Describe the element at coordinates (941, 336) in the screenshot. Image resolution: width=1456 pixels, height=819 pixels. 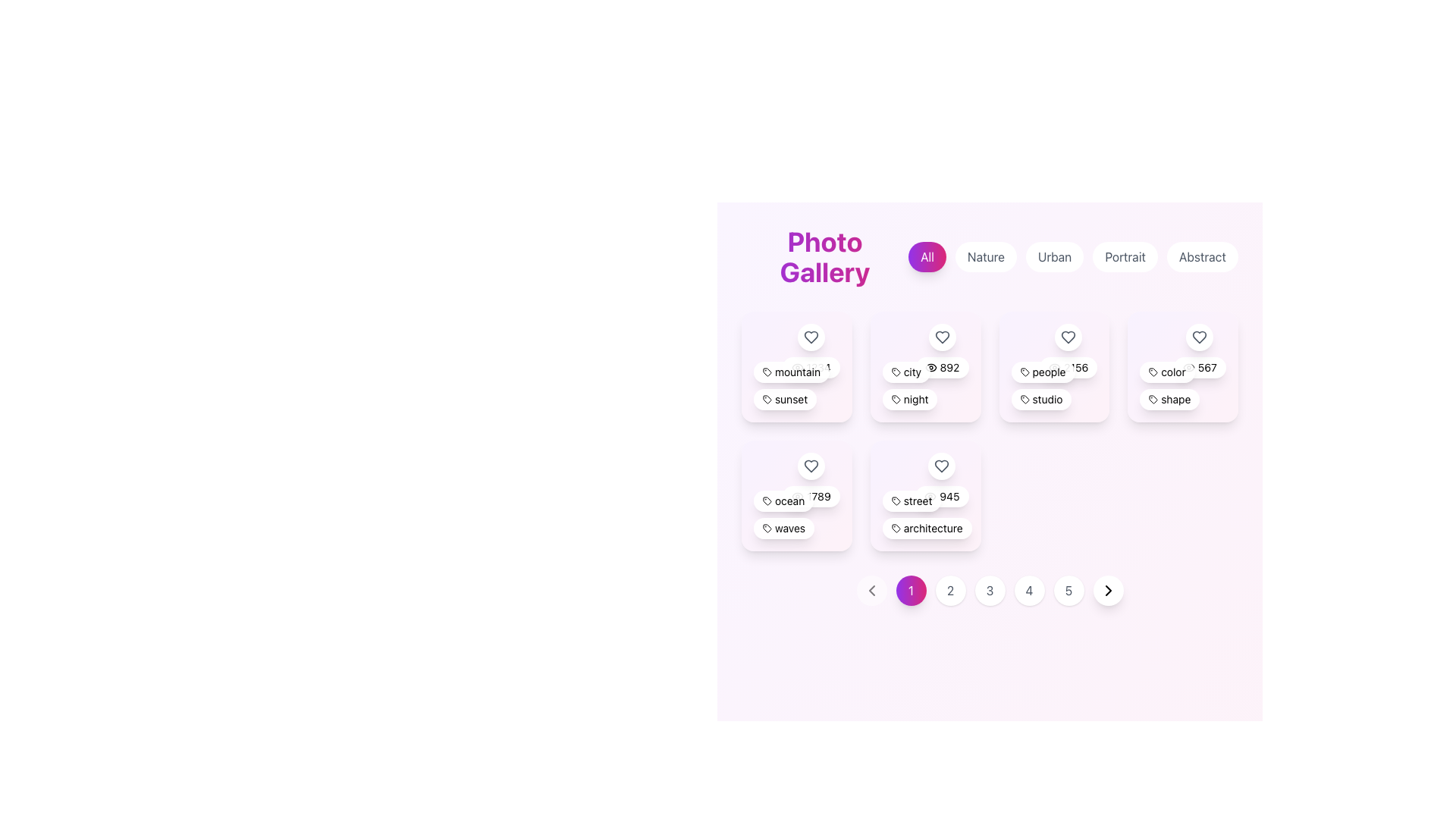
I see `the heart icon located in the top-right corner of the second card in the first row of the grid layout to favorite the associated city category` at that location.